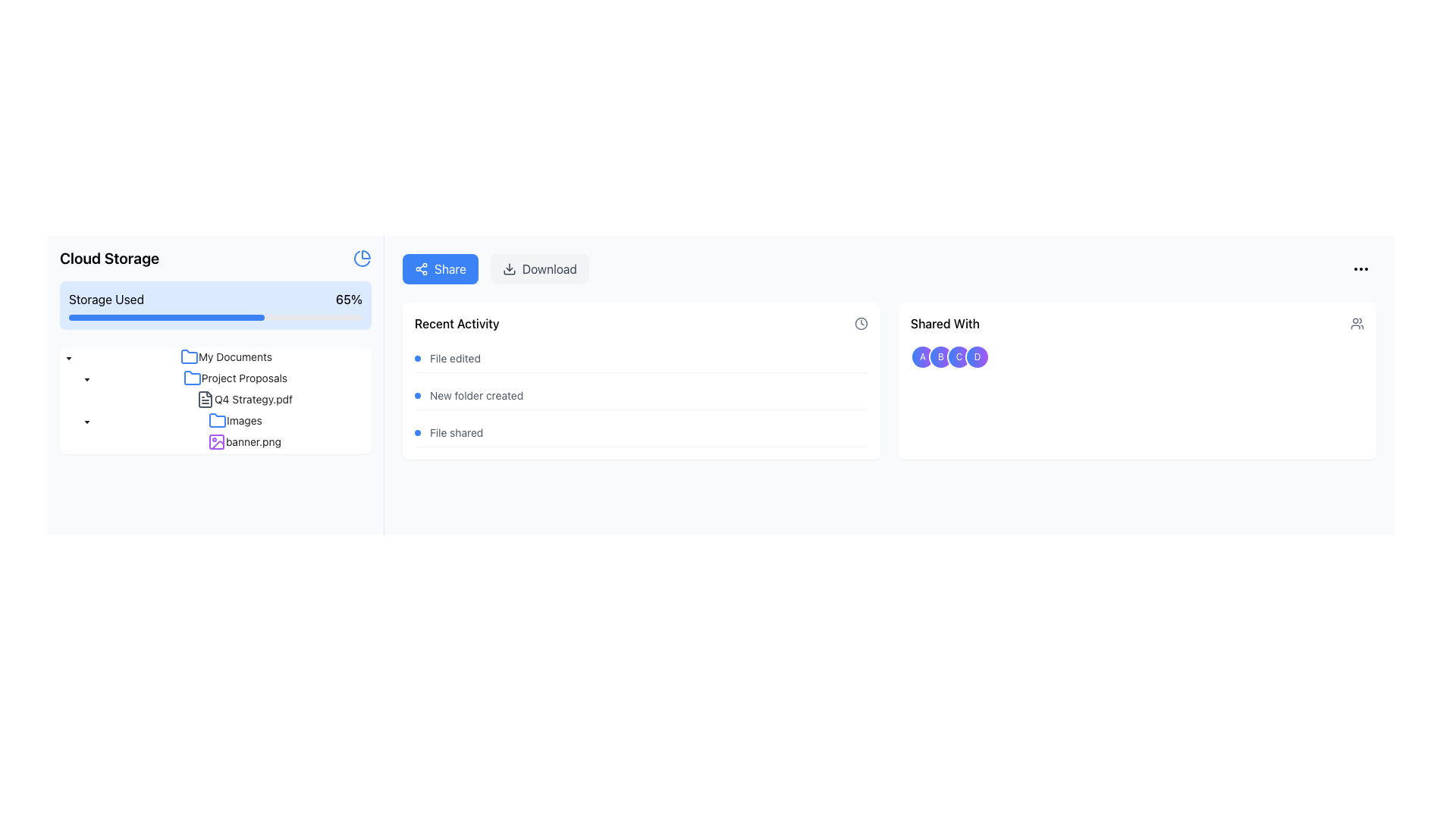  Describe the element at coordinates (922, 356) in the screenshot. I see `the user represented` at that location.